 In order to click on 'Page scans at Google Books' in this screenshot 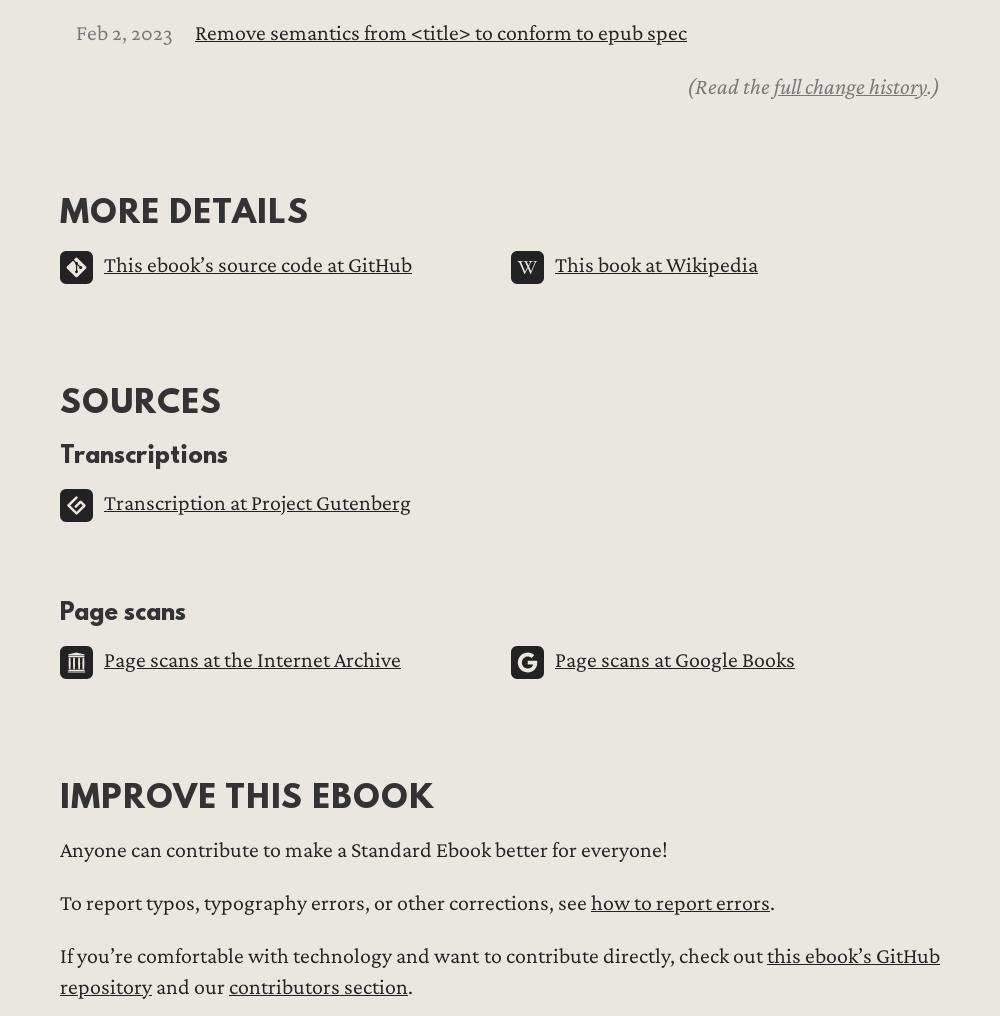, I will do `click(675, 659)`.